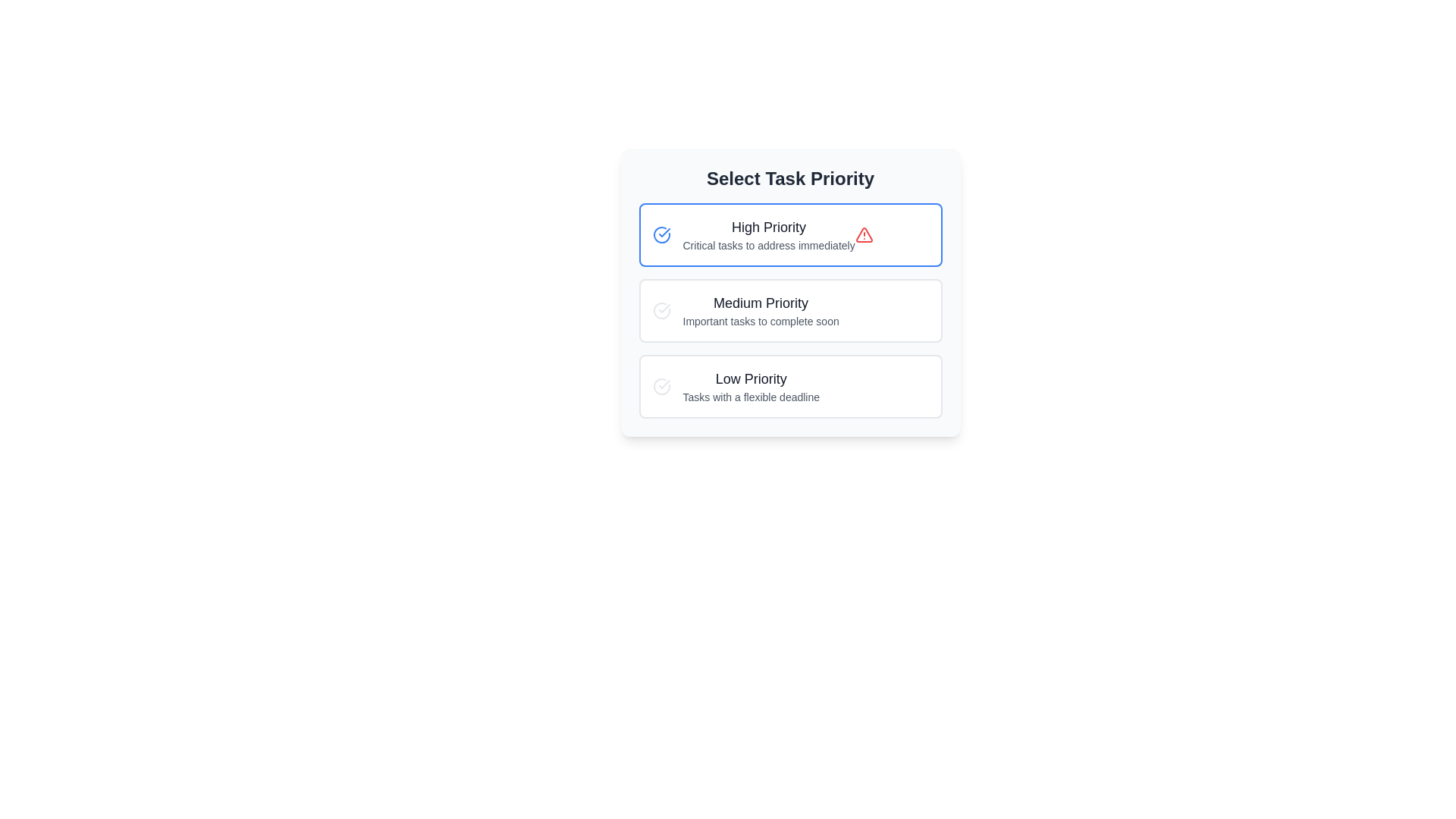  I want to click on the 'High Priority' static text, which is styled in bold and located at the top-left section of the first selectable card indicating high-priority tasks, so click(769, 227).